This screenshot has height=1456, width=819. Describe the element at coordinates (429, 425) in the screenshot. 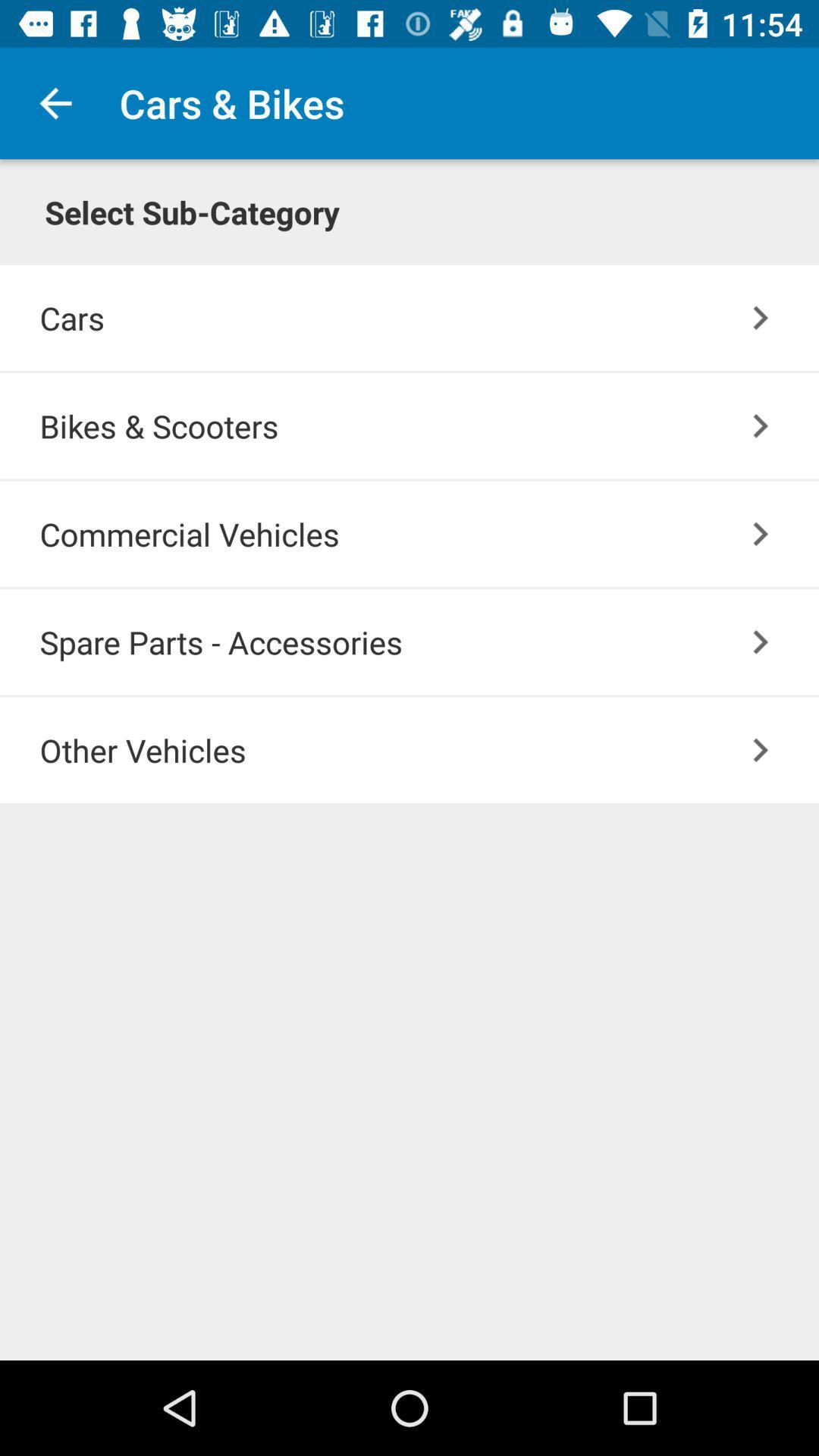

I see `bikes & scooters` at that location.